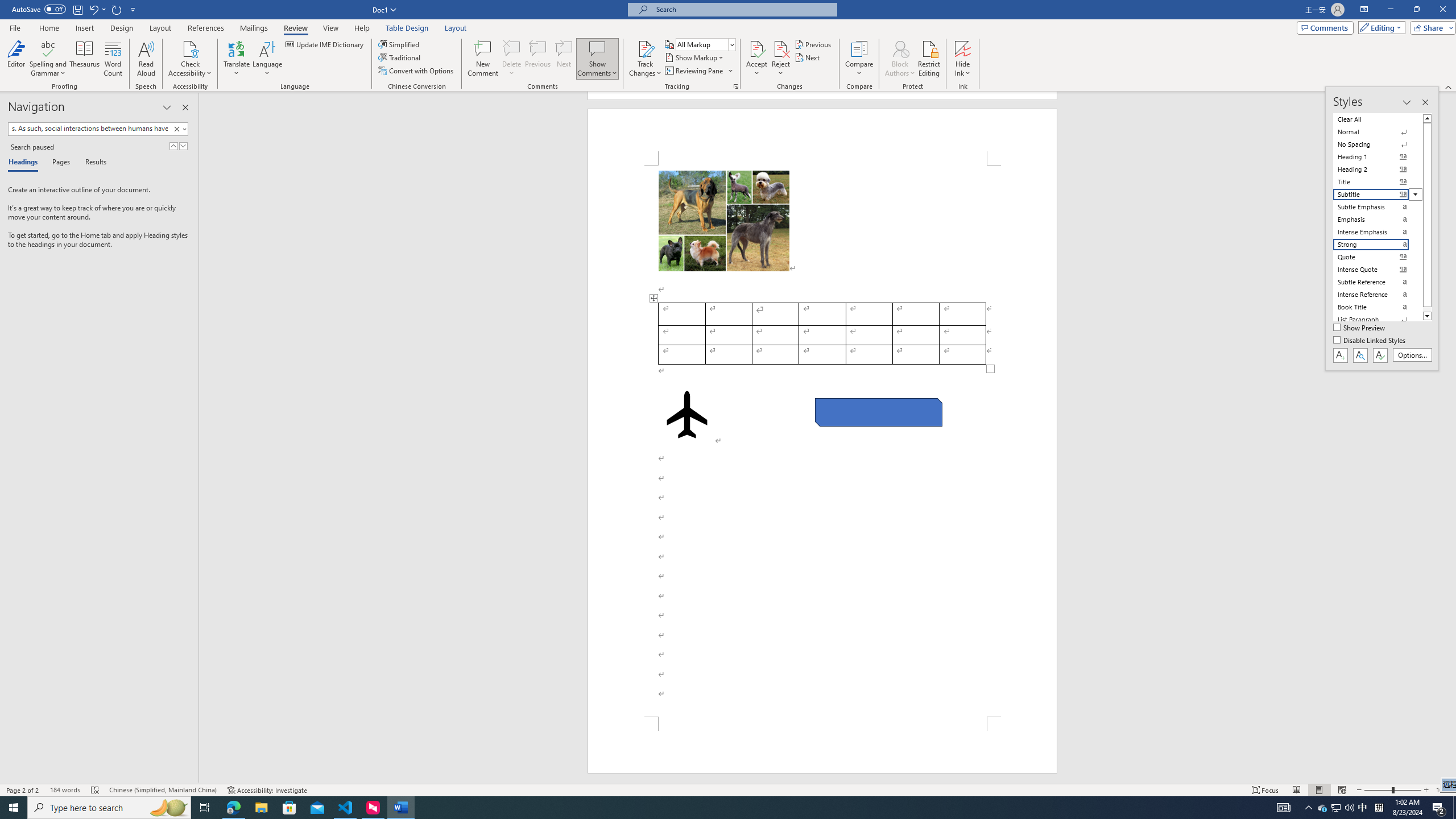  Describe the element at coordinates (117, 9) in the screenshot. I see `'Repeat Style'` at that location.